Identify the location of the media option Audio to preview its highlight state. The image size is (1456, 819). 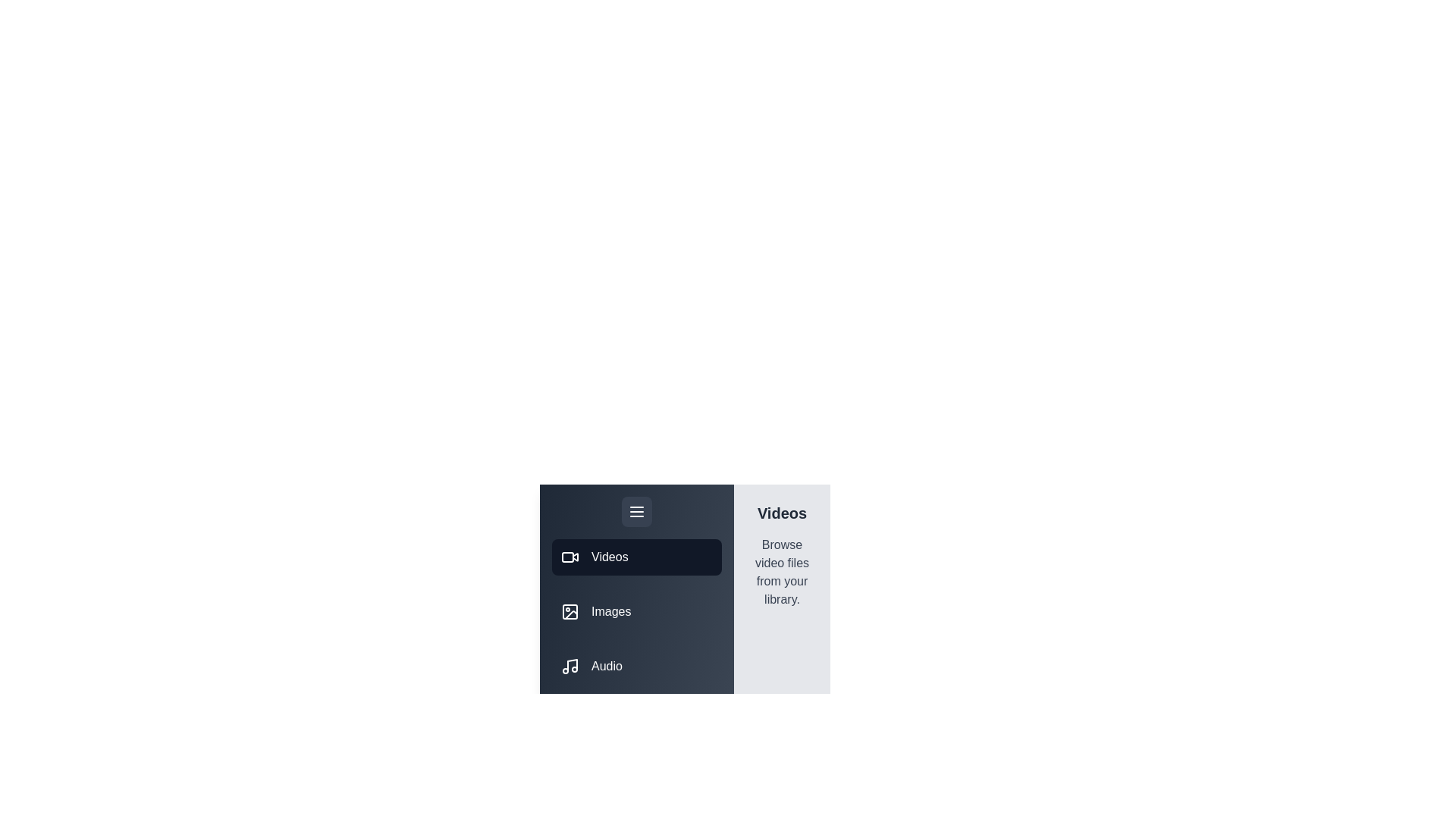
(637, 666).